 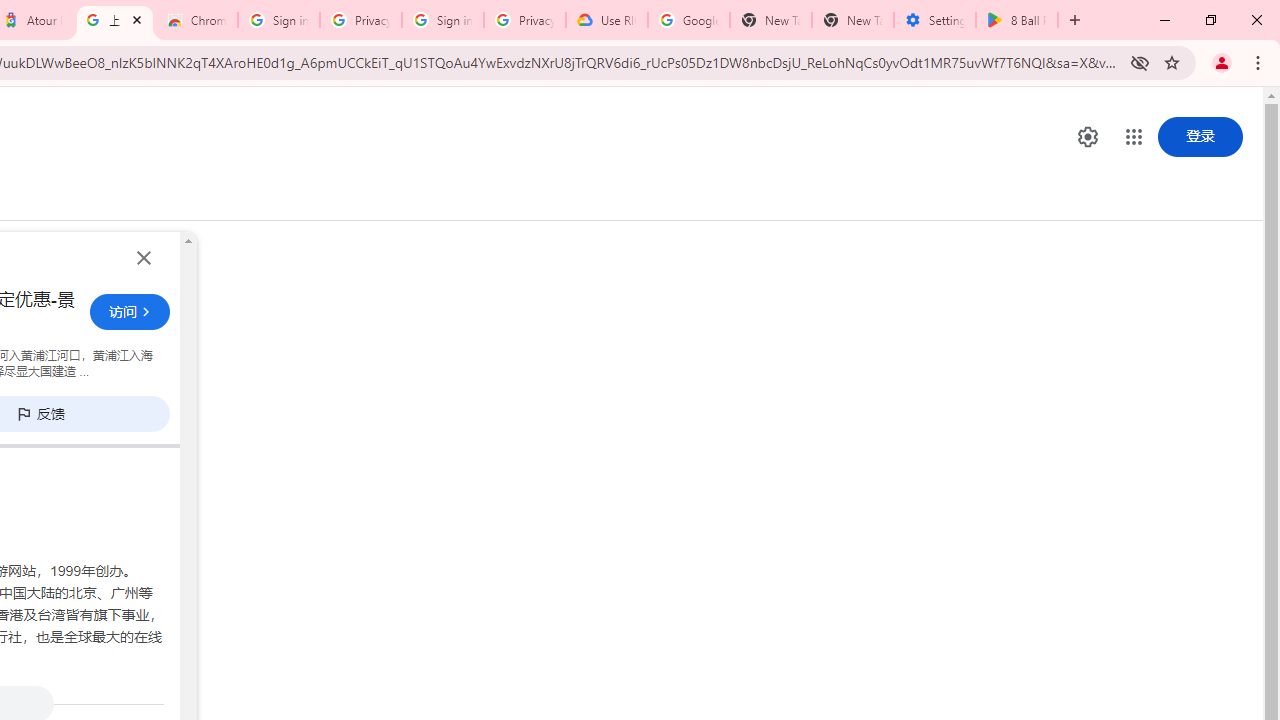 I want to click on 'Chrome Web Store - Color themes by Chrome', so click(x=197, y=20).